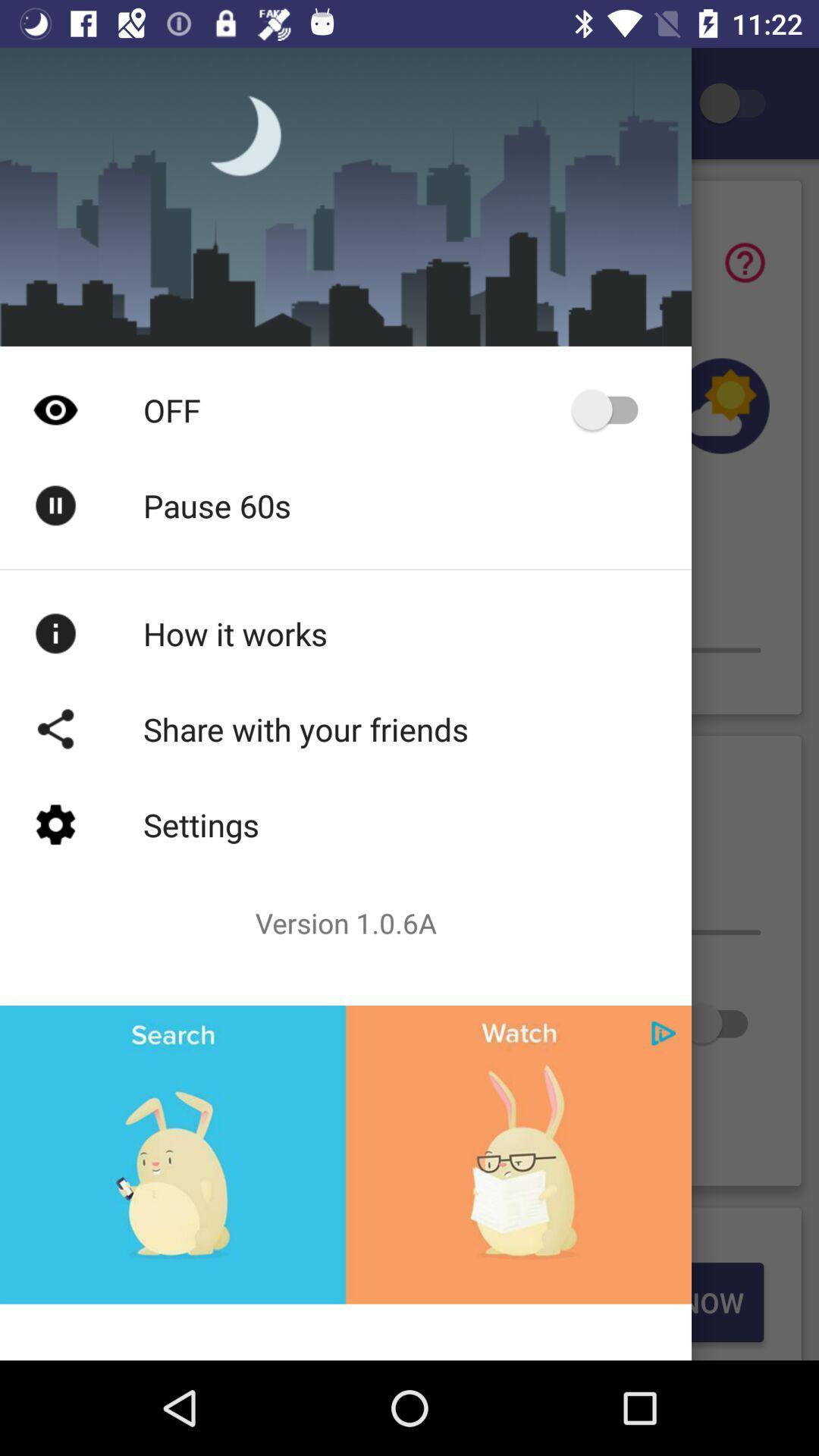 This screenshot has height=1456, width=819. I want to click on setting page, so click(739, 102).